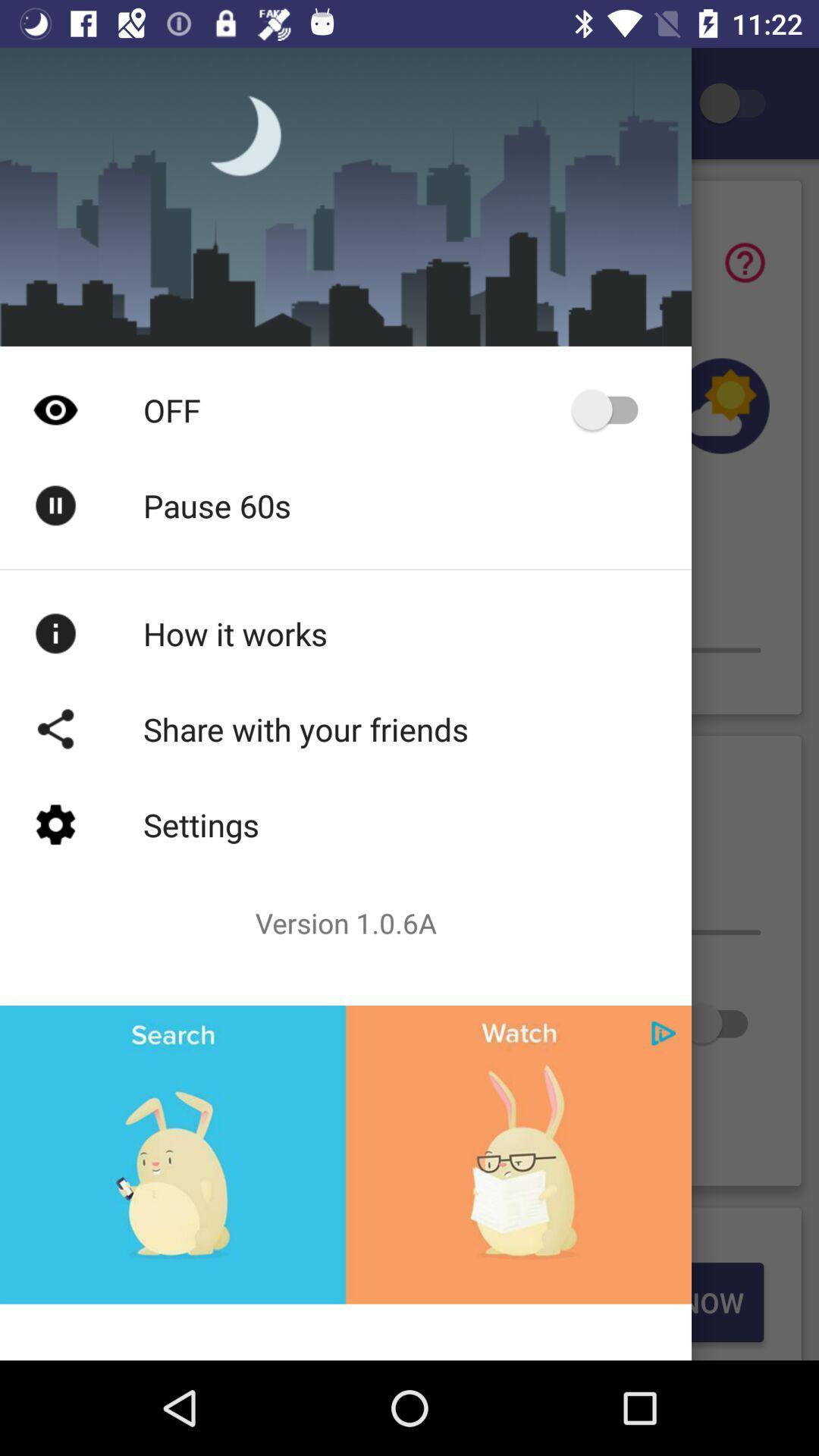 This screenshot has height=1456, width=819. I want to click on setting page, so click(739, 102).